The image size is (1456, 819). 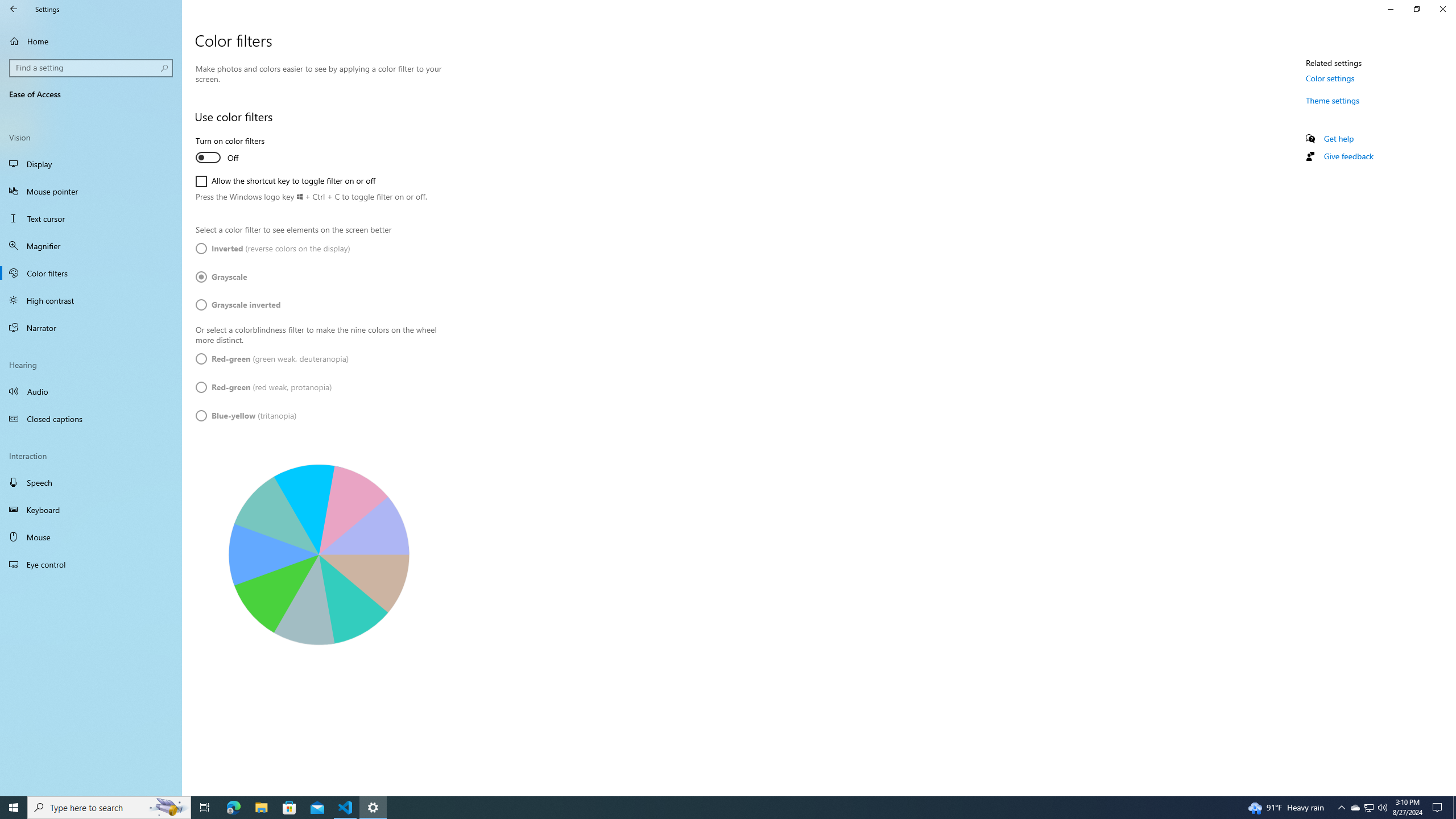 What do you see at coordinates (90, 163) in the screenshot?
I see `'Display'` at bounding box center [90, 163].